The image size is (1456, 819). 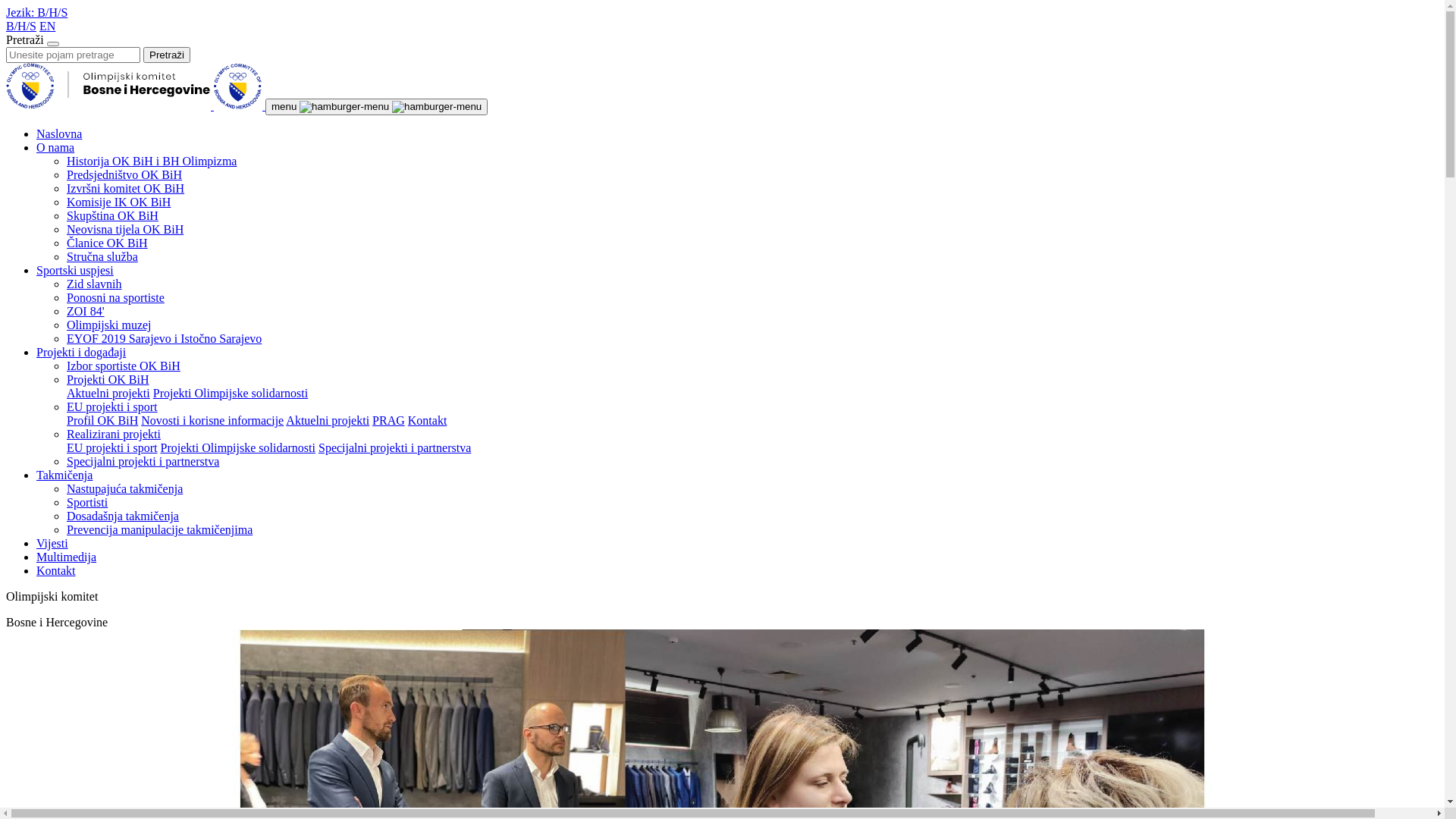 I want to click on 'Multimedija', so click(x=65, y=557).